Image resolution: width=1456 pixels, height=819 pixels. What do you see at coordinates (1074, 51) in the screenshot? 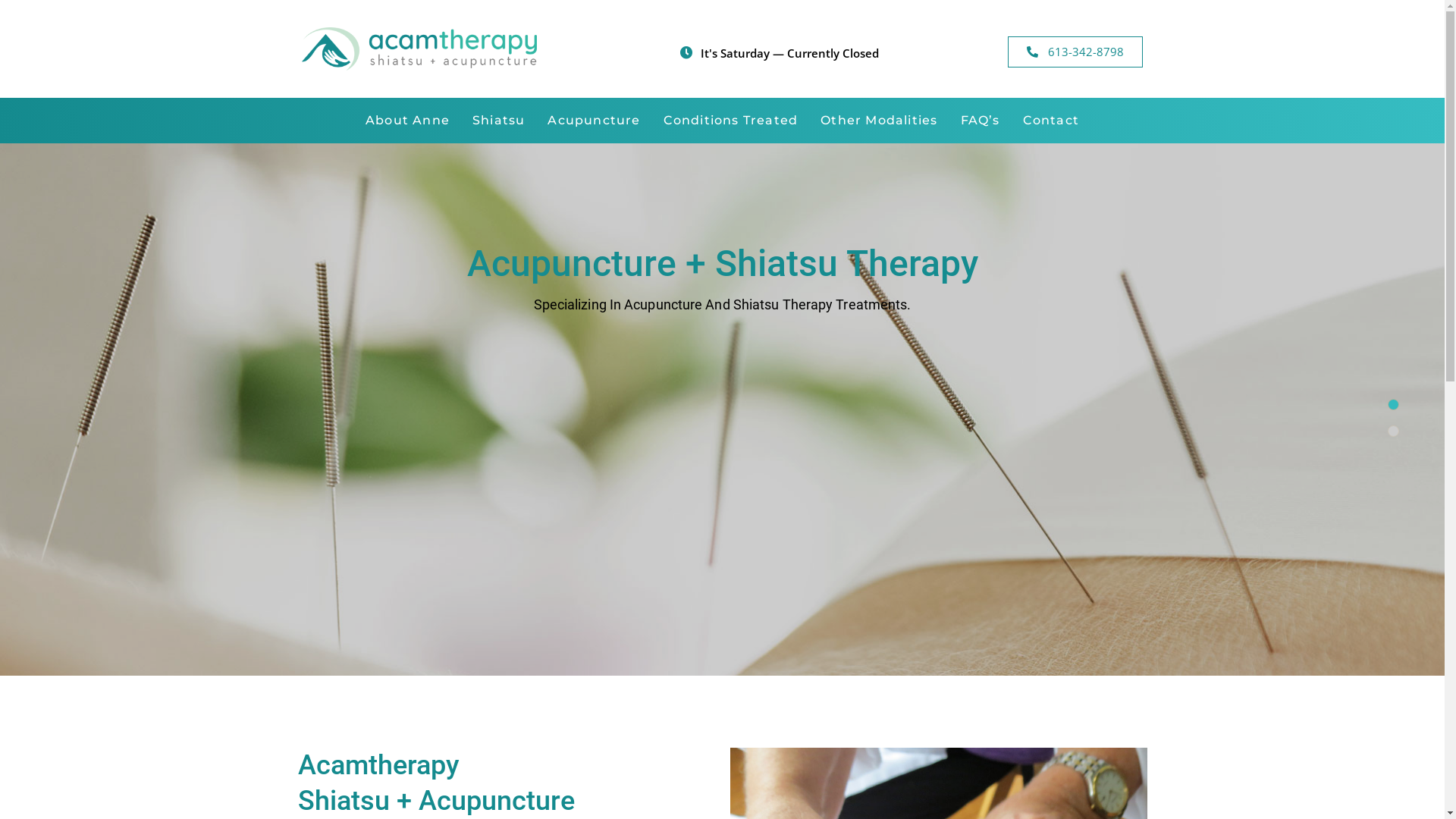
I see `'613-342-8798'` at bounding box center [1074, 51].